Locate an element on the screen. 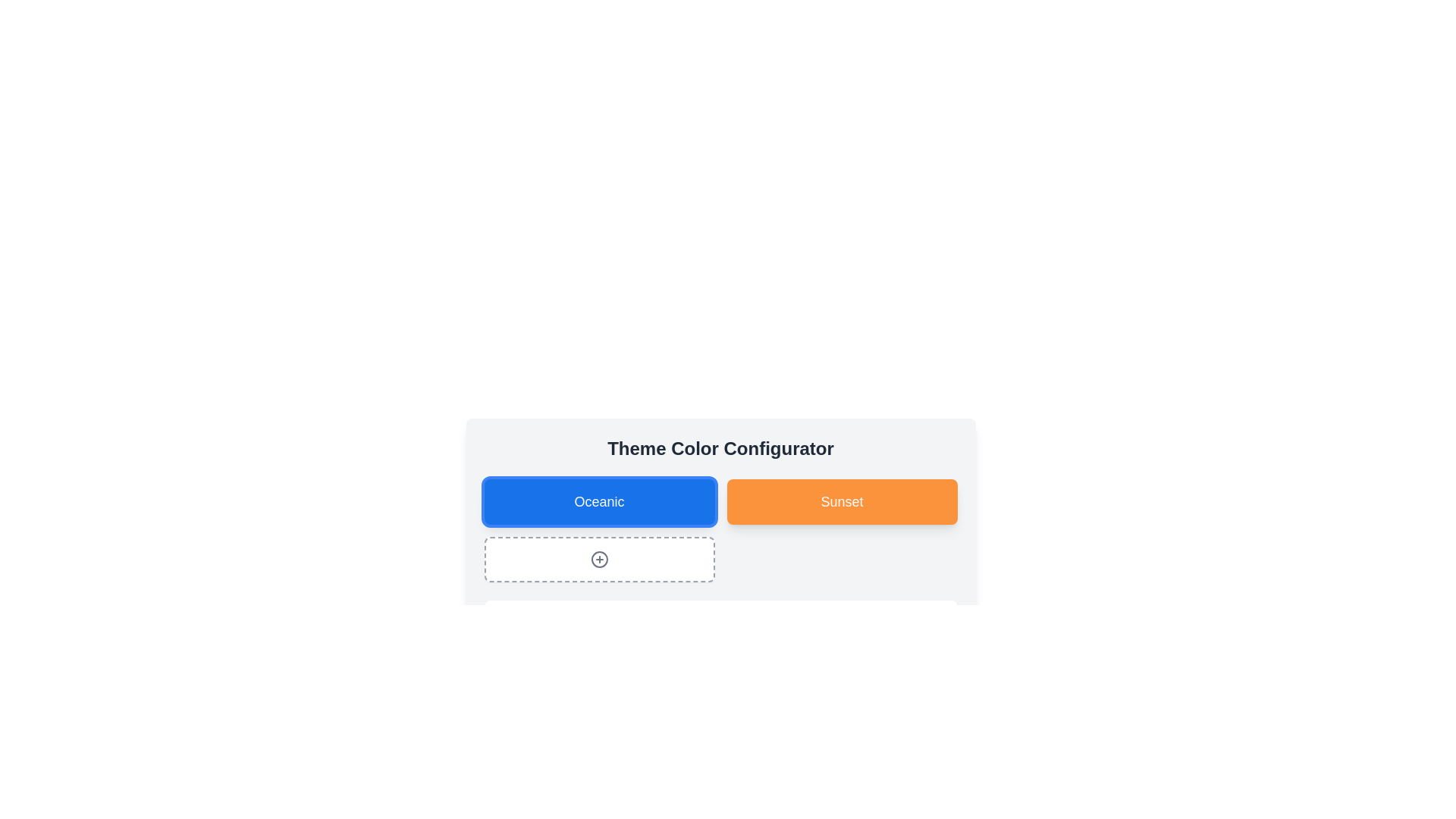  the 'Oceanic' theme button located in the leftmost position of the two-column grid under the 'Theme Color Configurator' header is located at coordinates (598, 502).